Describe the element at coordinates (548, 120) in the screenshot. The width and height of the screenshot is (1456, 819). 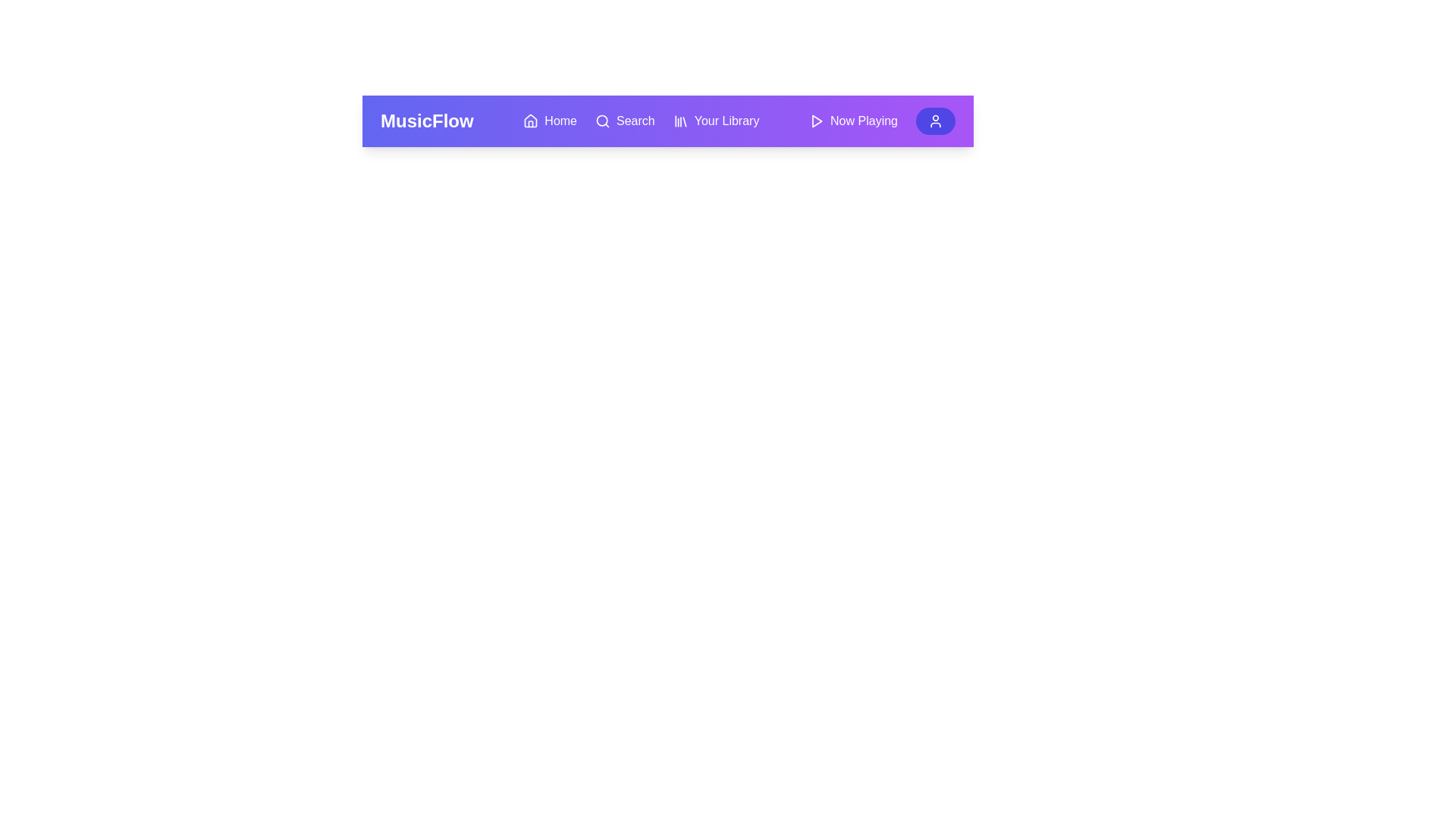
I see `the Home button to navigate to the corresponding section` at that location.